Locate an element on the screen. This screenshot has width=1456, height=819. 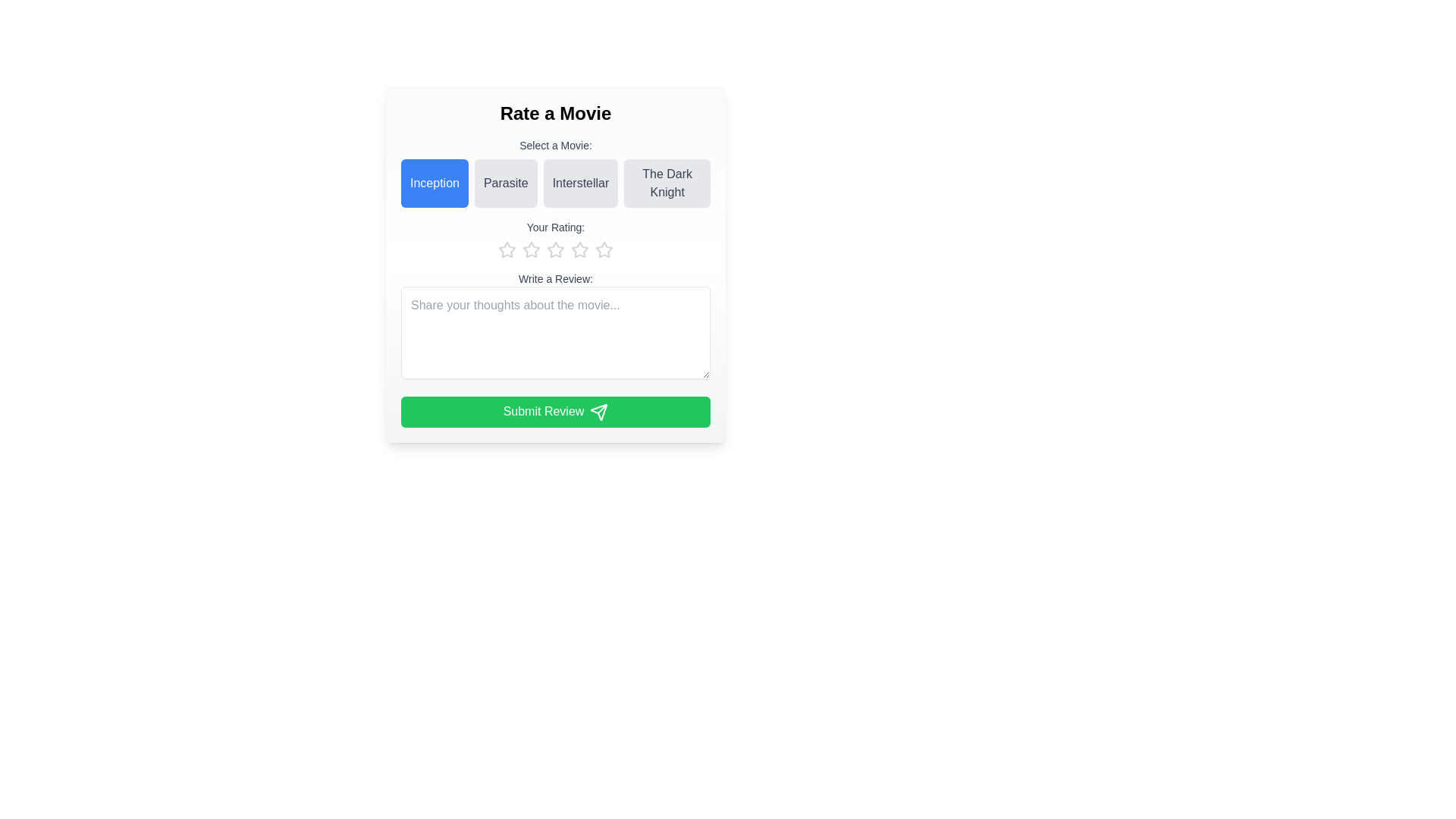
the submit review icon embedded within the 'Submit Review' button, located on the right-hand side of the button text is located at coordinates (598, 412).